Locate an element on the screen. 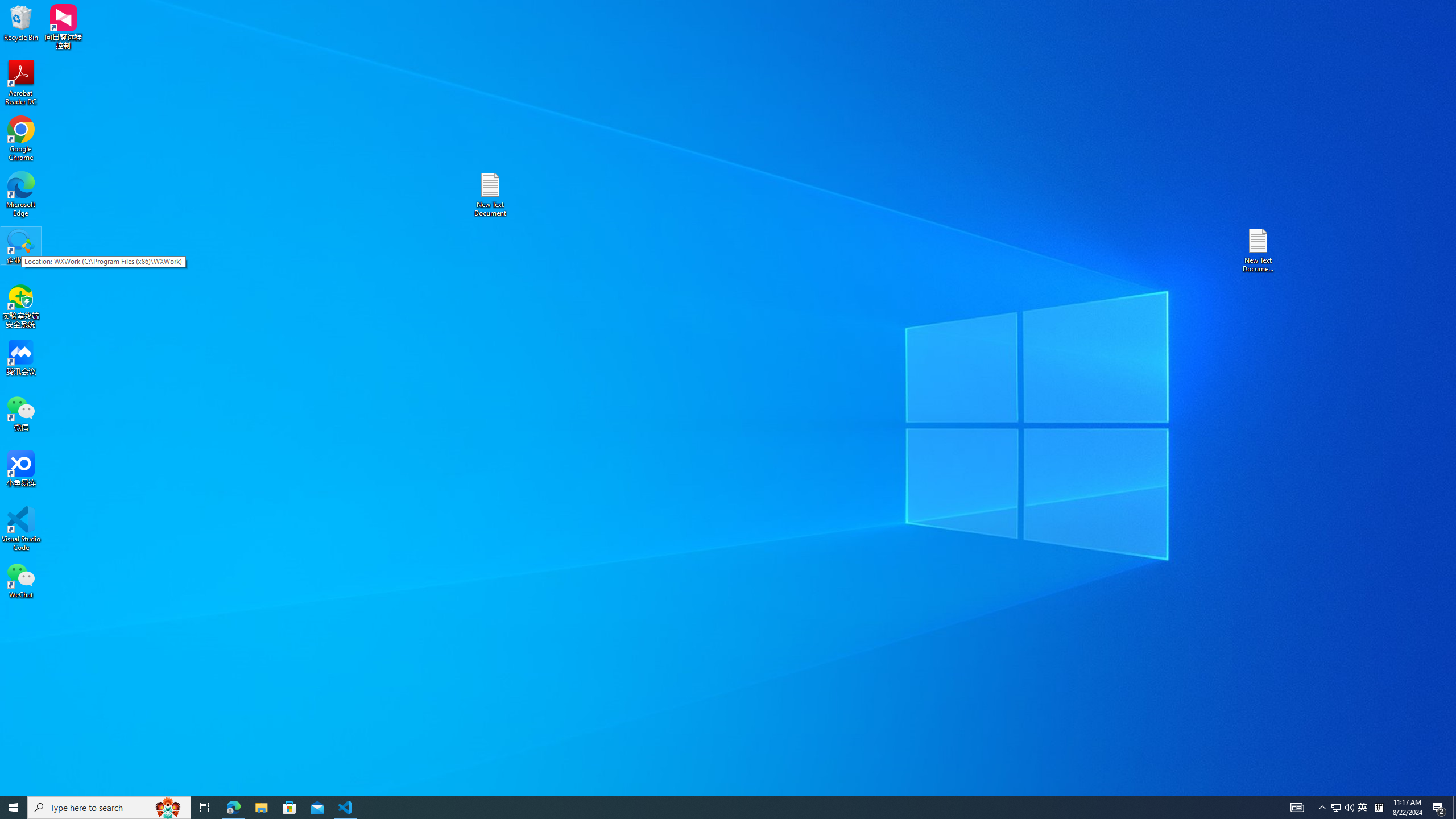  'Tray Input Indicator - Chinese (Simplified, China)' is located at coordinates (1379, 806).